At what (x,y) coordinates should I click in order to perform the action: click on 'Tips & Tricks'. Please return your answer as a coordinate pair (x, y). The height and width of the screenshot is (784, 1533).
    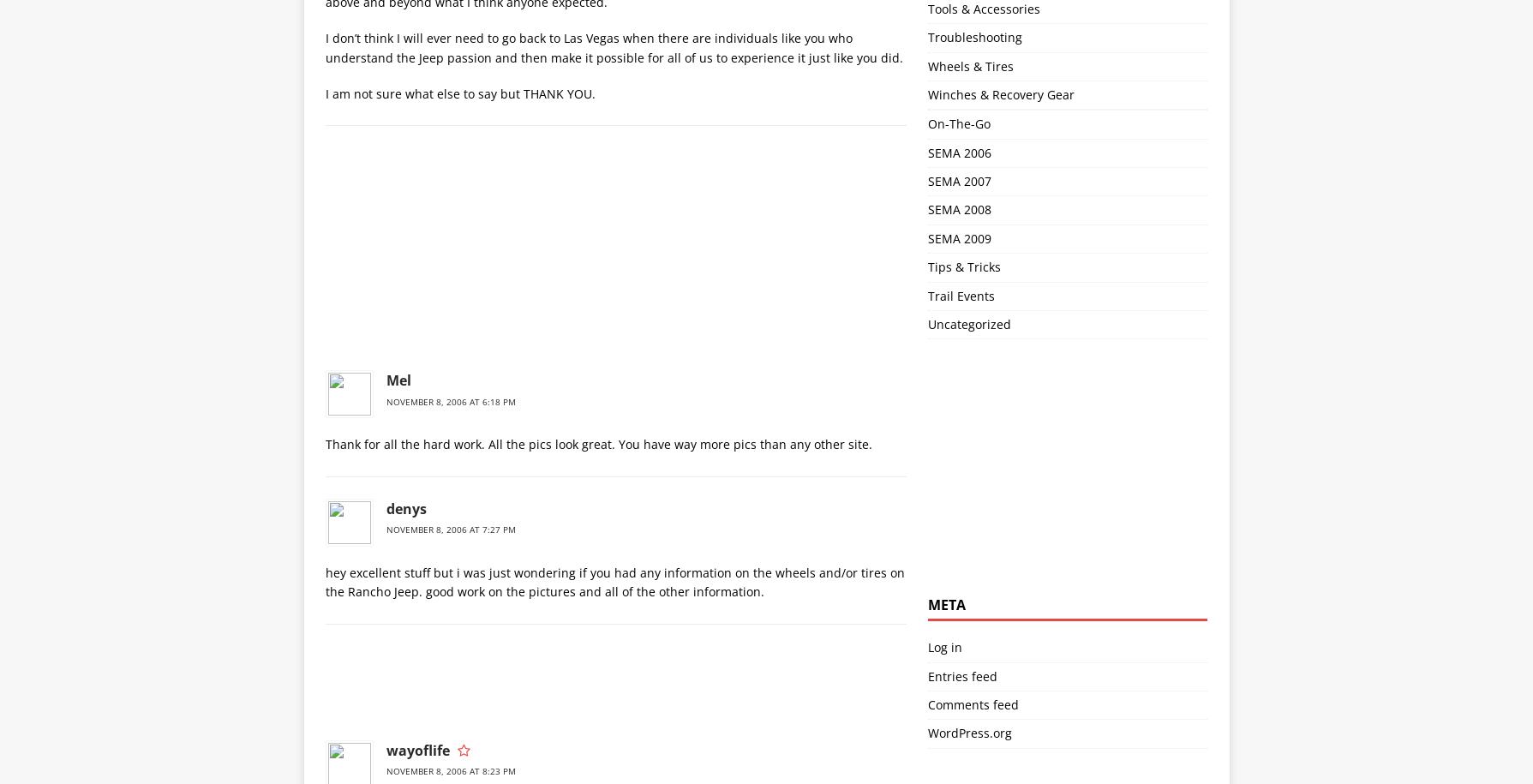
    Looking at the image, I should click on (963, 266).